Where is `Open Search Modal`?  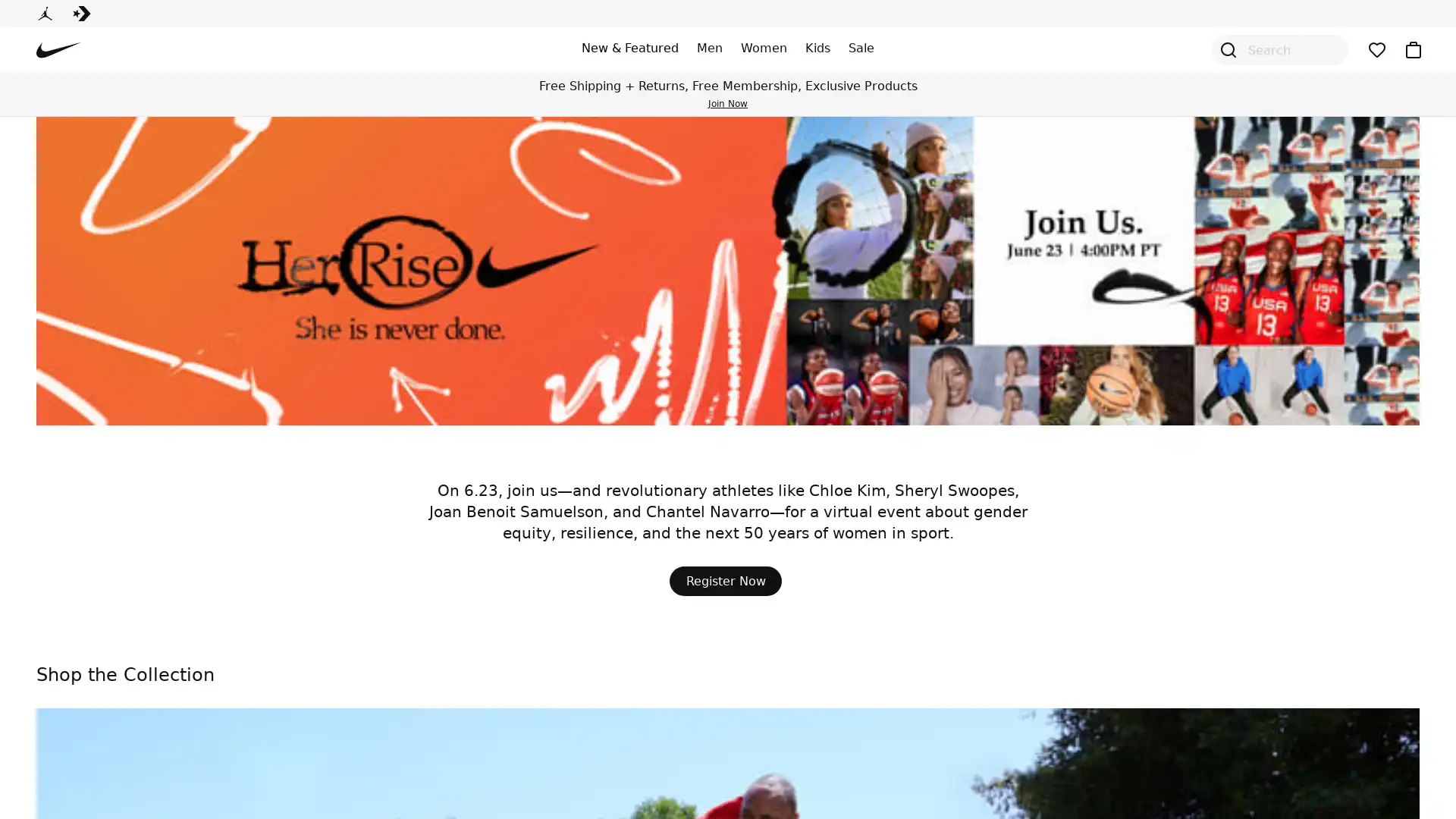
Open Search Modal is located at coordinates (1228, 49).